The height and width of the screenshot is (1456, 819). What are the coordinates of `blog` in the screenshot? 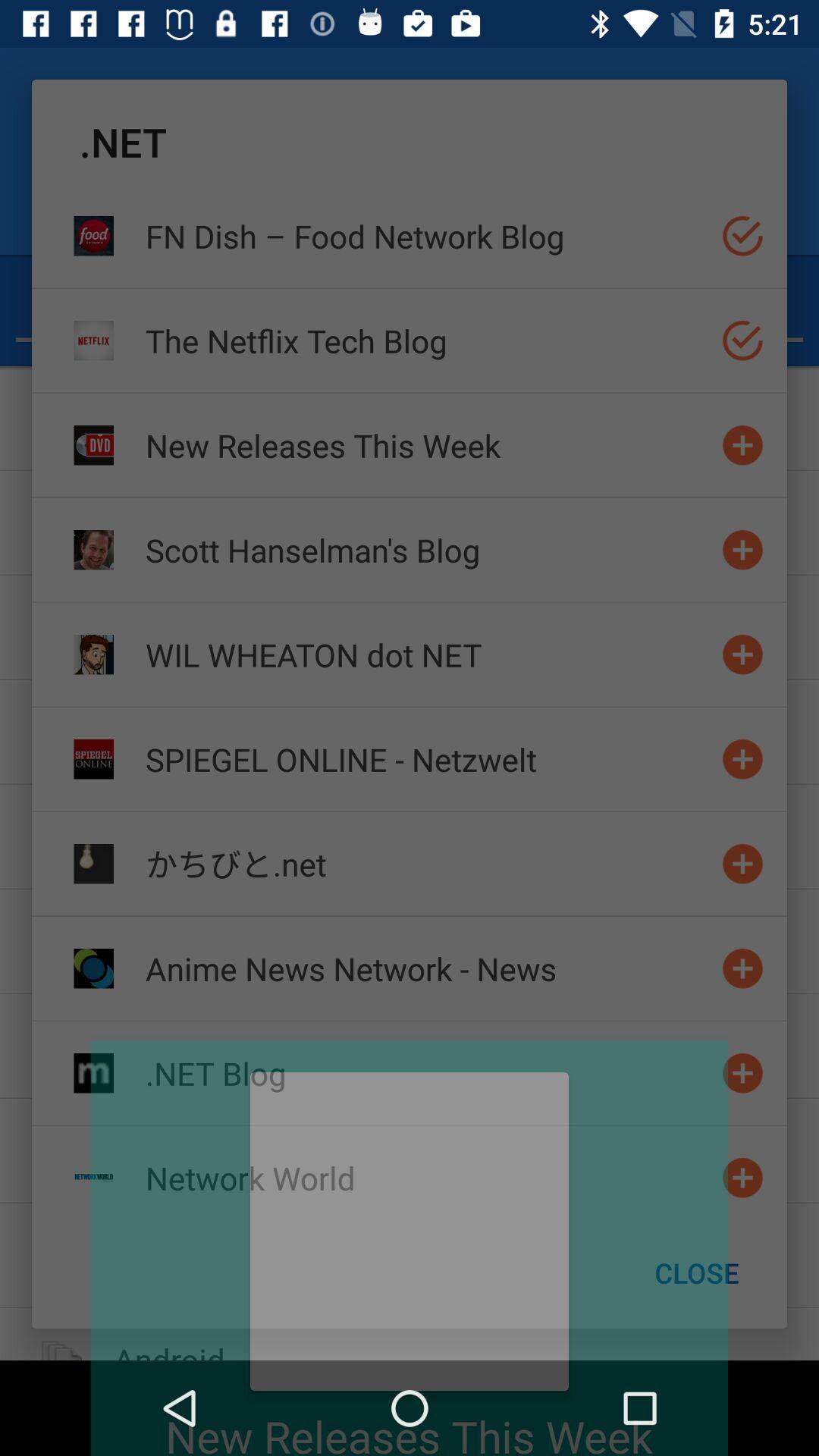 It's located at (742, 759).